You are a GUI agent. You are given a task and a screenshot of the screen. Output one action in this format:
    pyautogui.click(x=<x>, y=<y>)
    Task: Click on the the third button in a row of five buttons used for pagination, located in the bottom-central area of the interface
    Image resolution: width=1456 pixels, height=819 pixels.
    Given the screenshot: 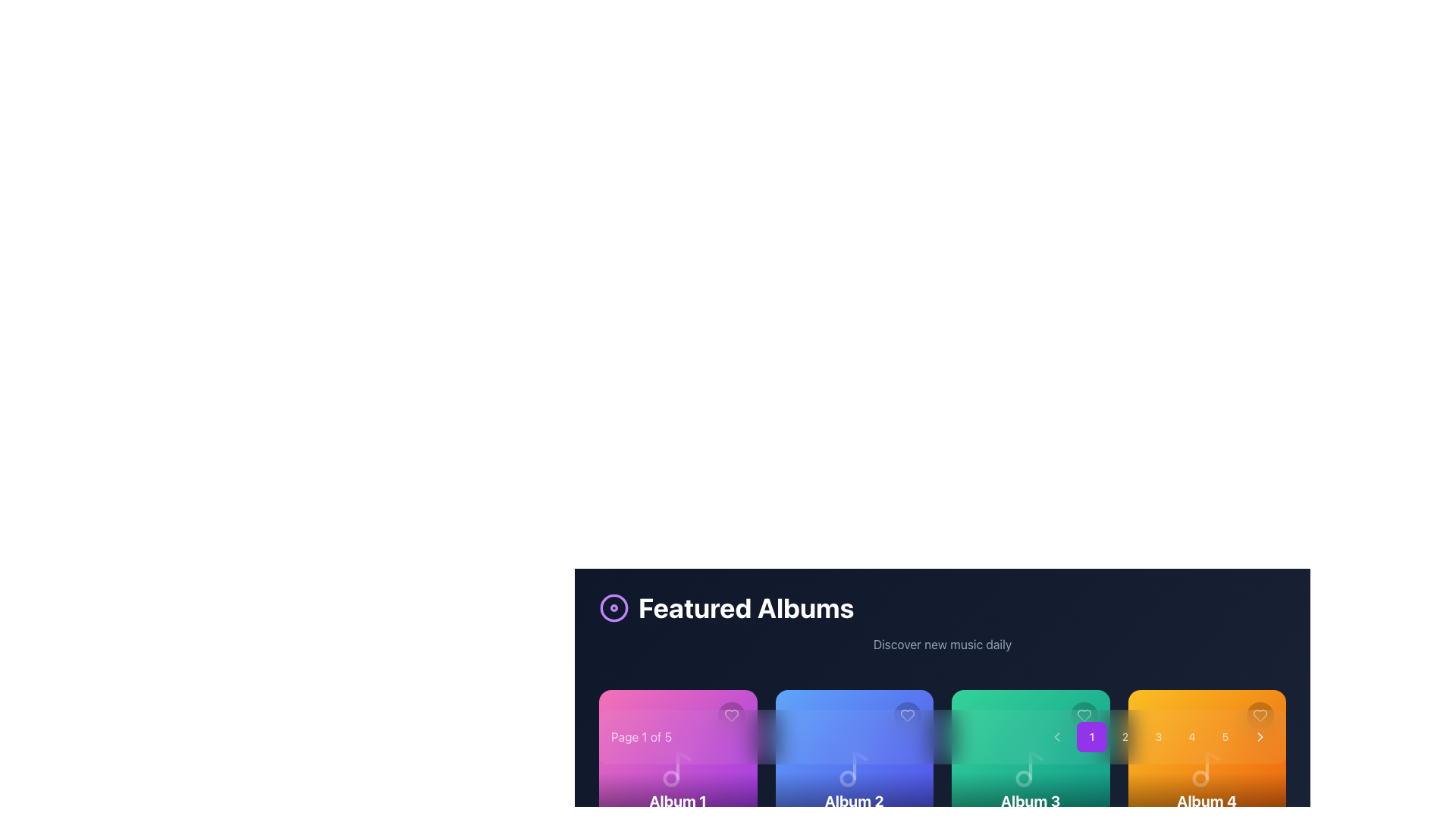 What is the action you would take?
    pyautogui.click(x=1157, y=736)
    